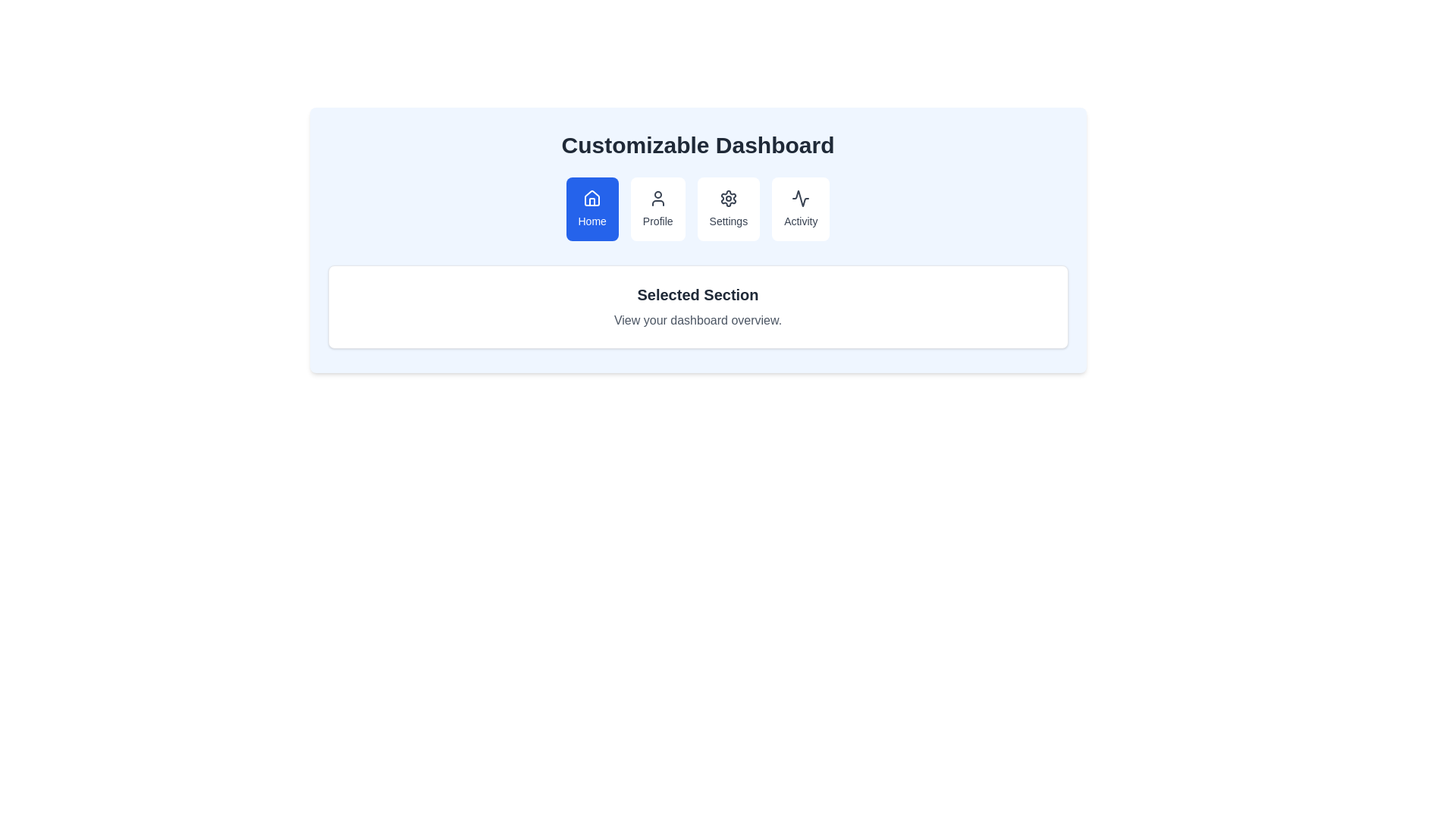 This screenshot has height=819, width=1456. What do you see at coordinates (591, 197) in the screenshot?
I see `the 'Home' icon located in the top navigation bar, which is represented by an SVG element with the class 'lucide lucide-house'` at bounding box center [591, 197].